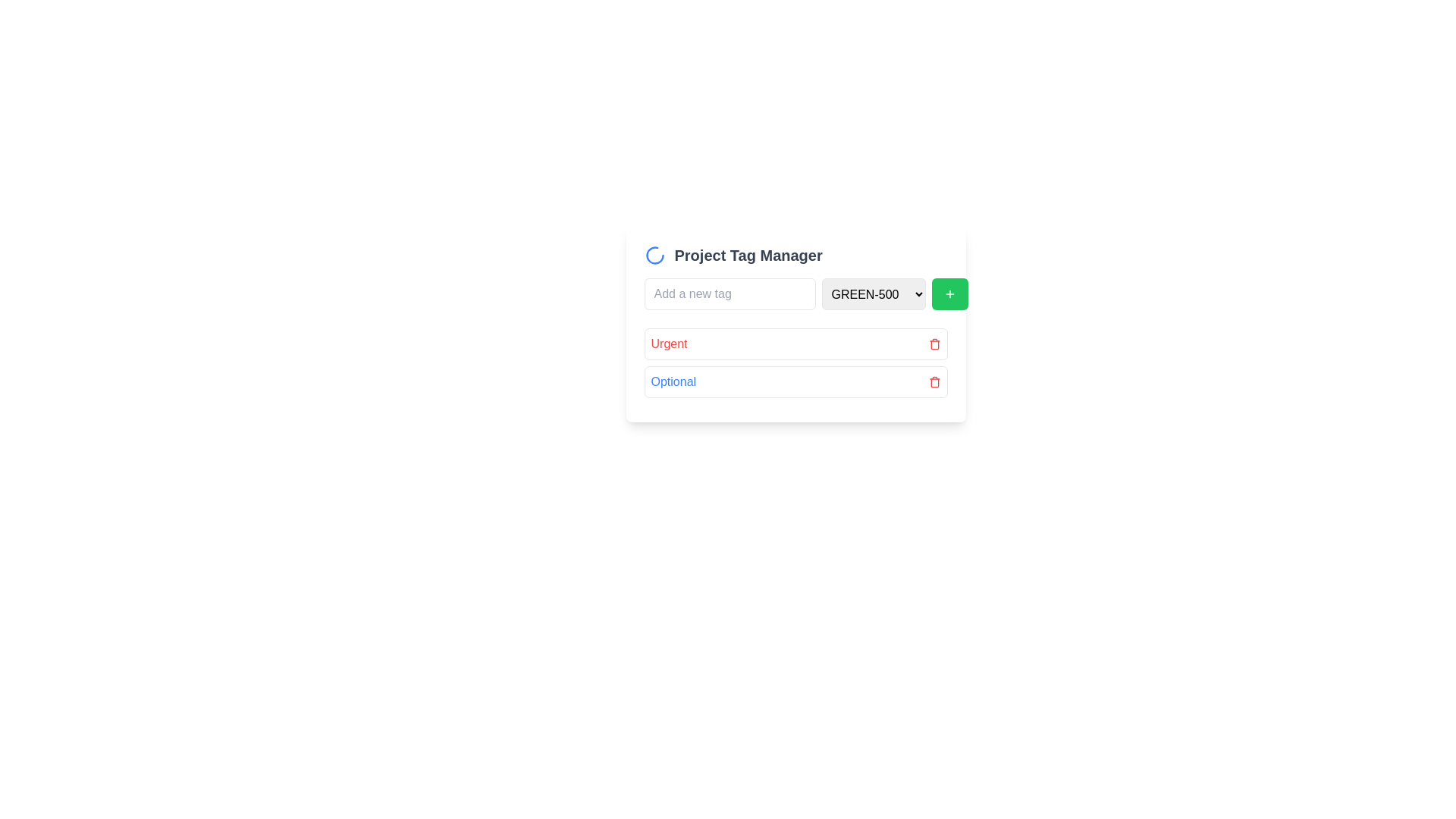 The image size is (1456, 819). What do you see at coordinates (673, 381) in the screenshot?
I see `the 'Optional' text label element, which indicates that the associated item is not mandatory and is positioned below the 'Urgent' text and to the left of a red delete icon` at bounding box center [673, 381].